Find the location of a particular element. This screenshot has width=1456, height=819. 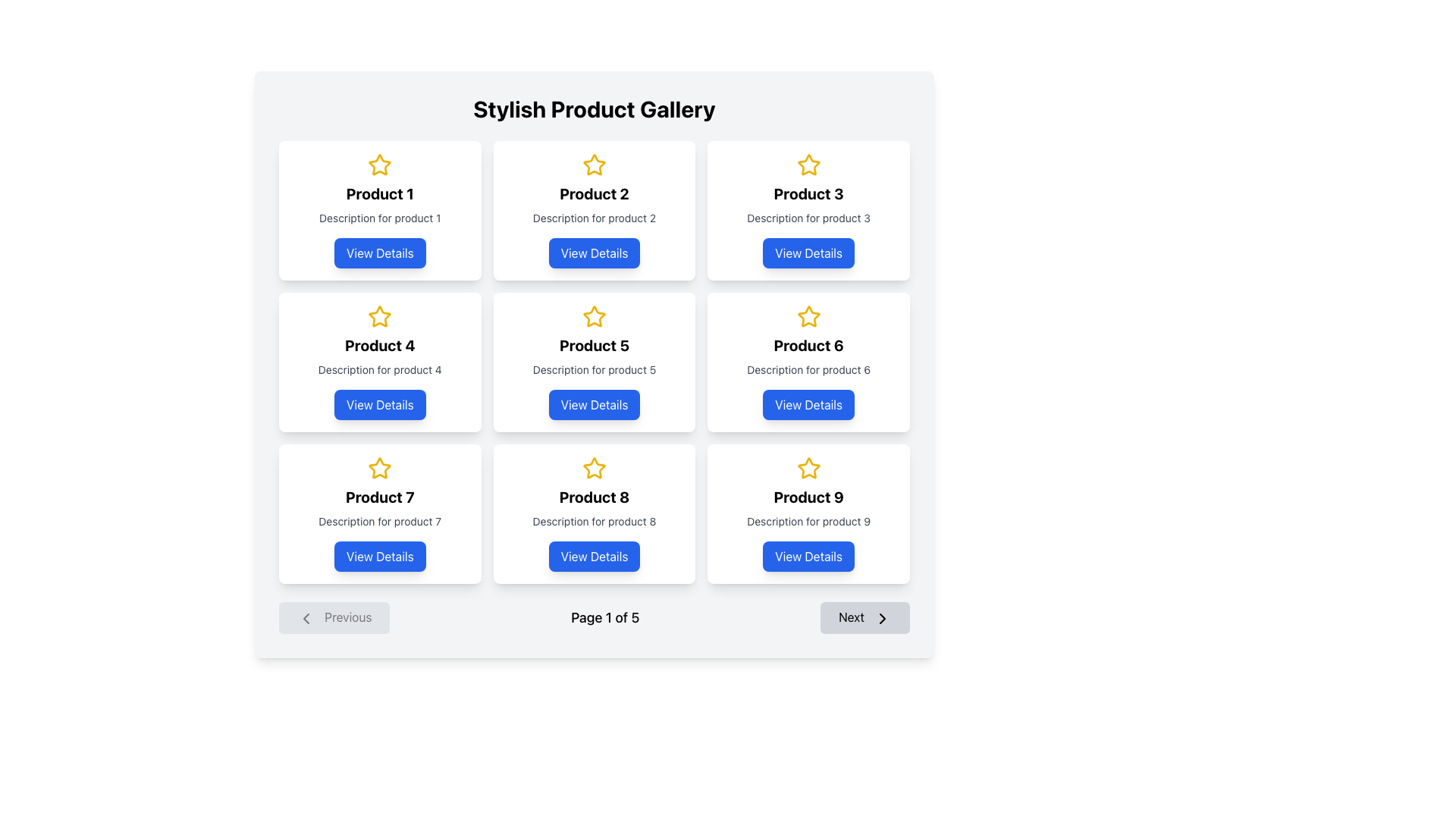

the text label that serves as the title for the product, located in the center of the card layout, below the yellow star icon and above the descriptive text is located at coordinates (593, 497).